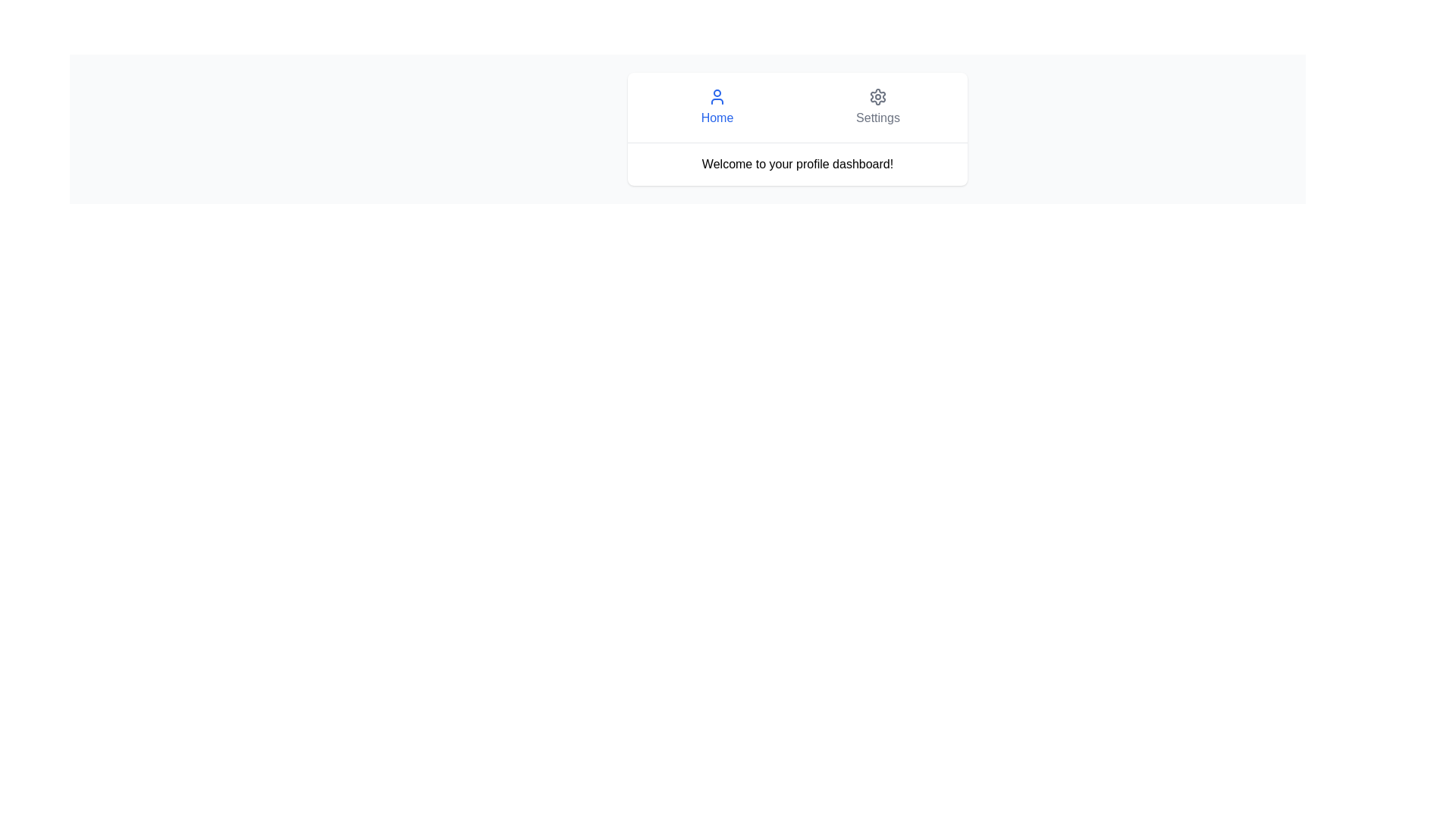 Image resolution: width=1456 pixels, height=819 pixels. Describe the element at coordinates (716, 107) in the screenshot. I see `the blue button labeled 'Home' with a user profile icon above it` at that location.